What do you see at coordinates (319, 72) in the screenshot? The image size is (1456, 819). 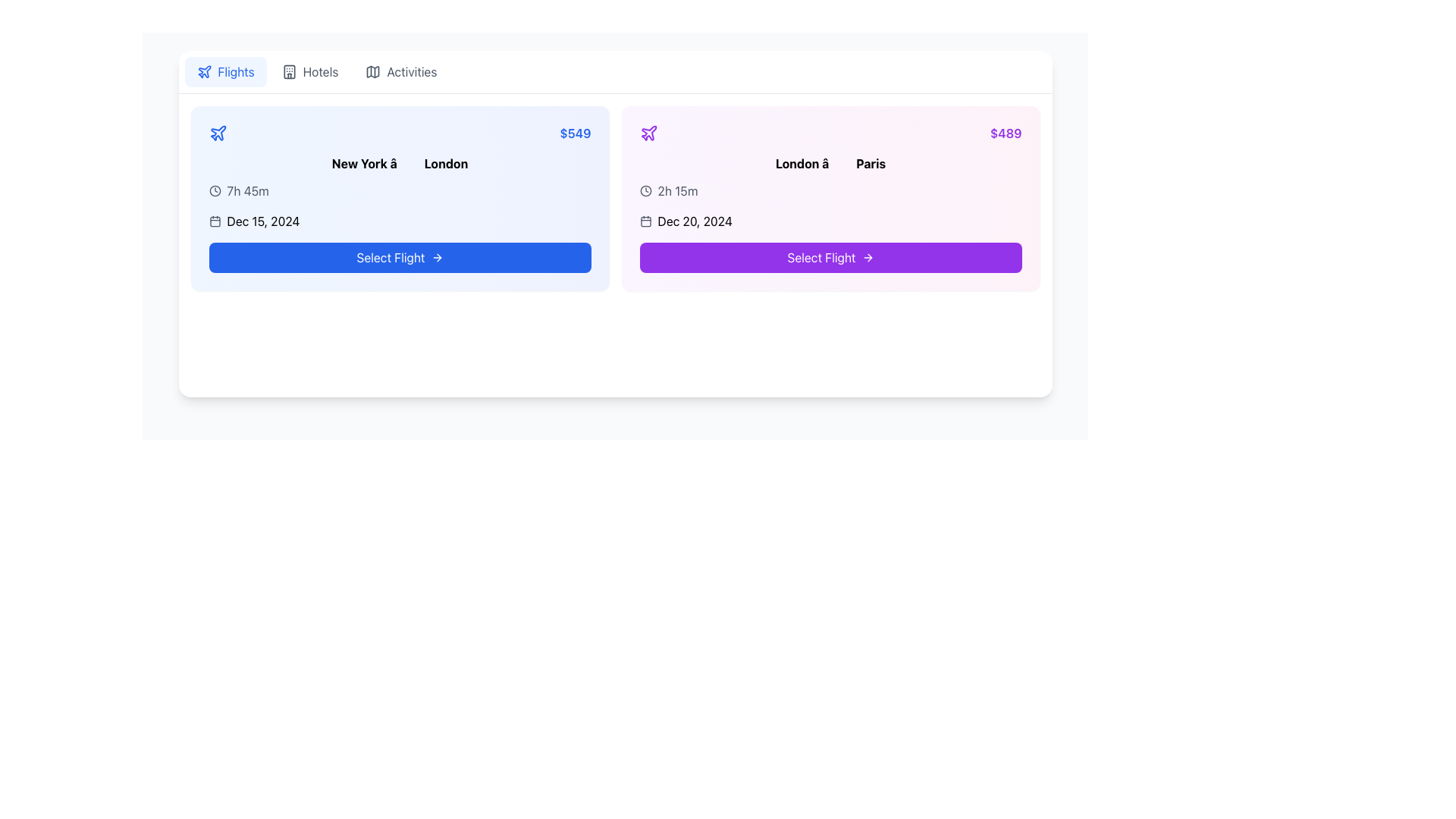 I see `the Text label in the horizontal navigation menu, which is the second option` at bounding box center [319, 72].